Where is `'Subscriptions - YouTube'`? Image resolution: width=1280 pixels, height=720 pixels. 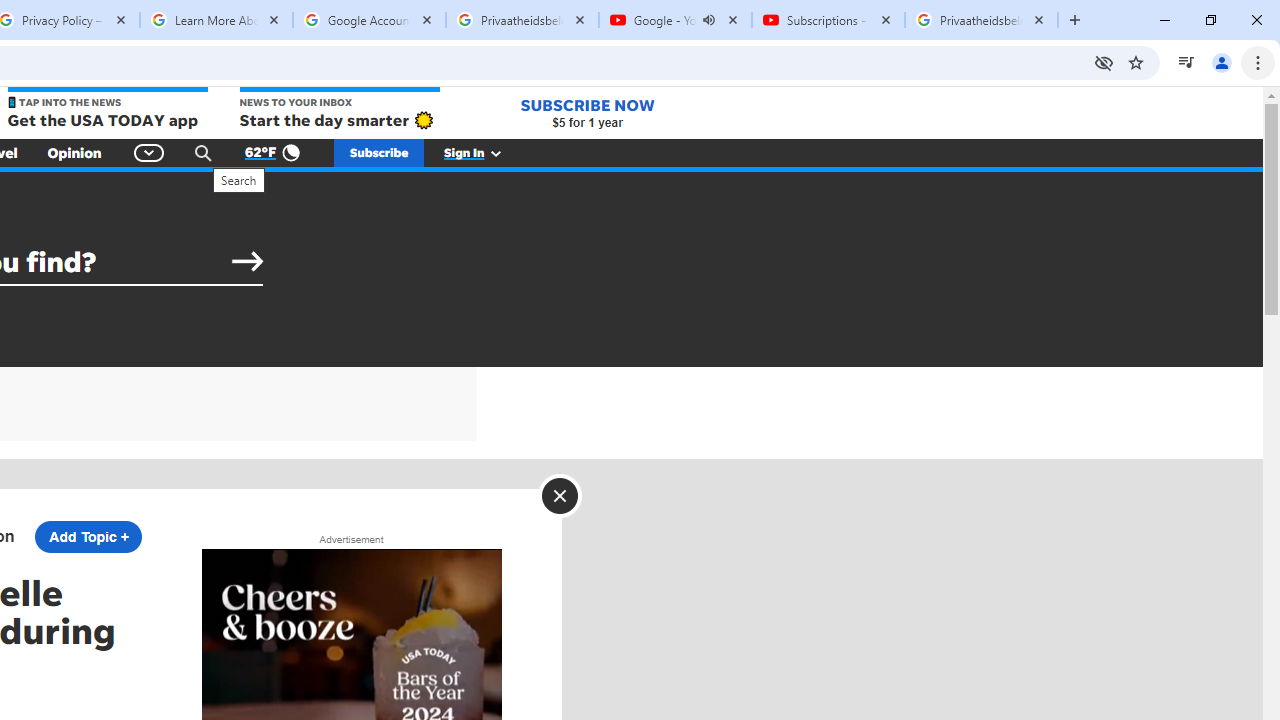
'Subscriptions - YouTube' is located at coordinates (828, 20).